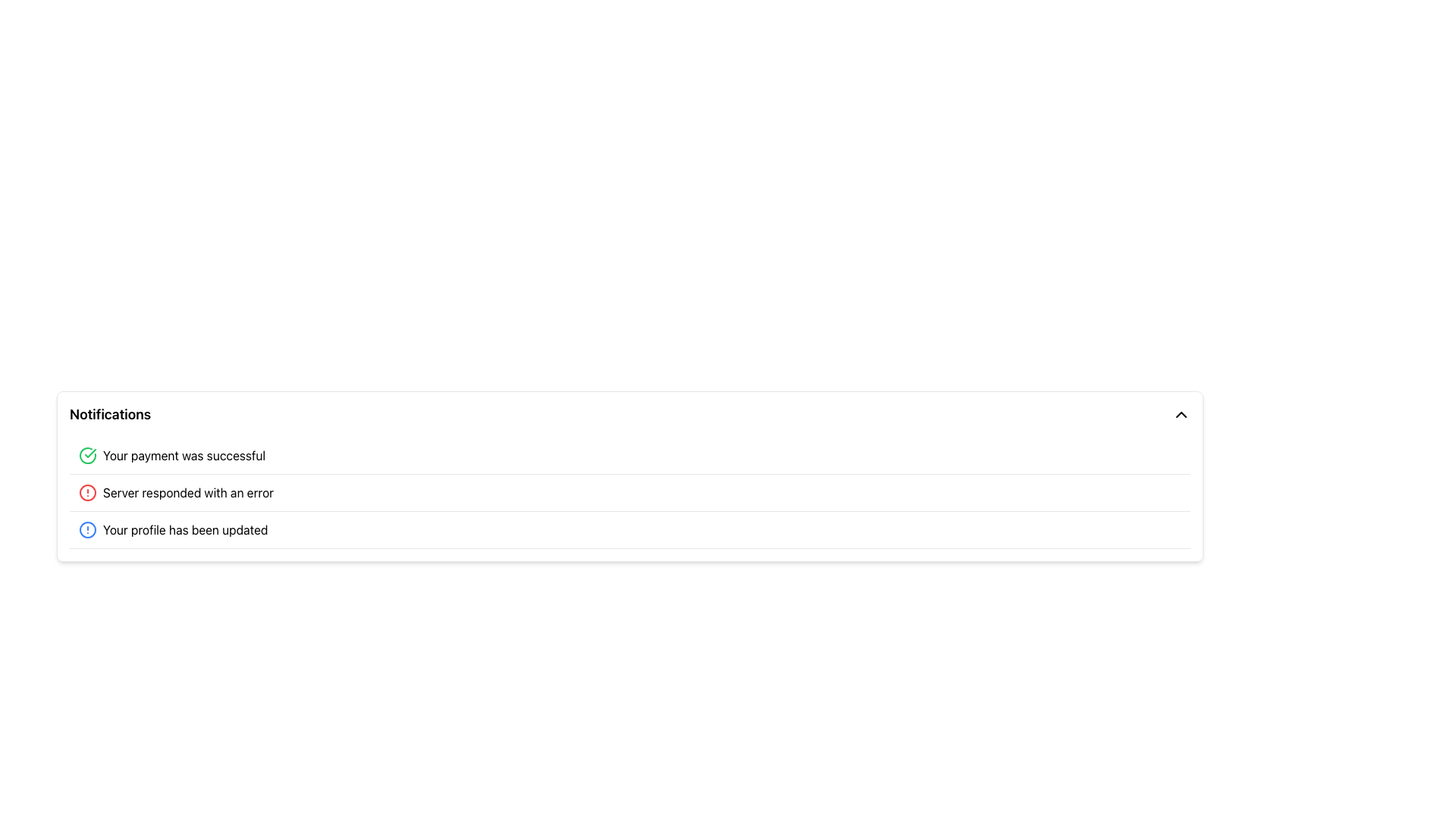 Image resolution: width=1456 pixels, height=819 pixels. Describe the element at coordinates (187, 493) in the screenshot. I see `the error notification text label that informs the user of a server communication error, located between the successful payment message and the profile update message` at that location.